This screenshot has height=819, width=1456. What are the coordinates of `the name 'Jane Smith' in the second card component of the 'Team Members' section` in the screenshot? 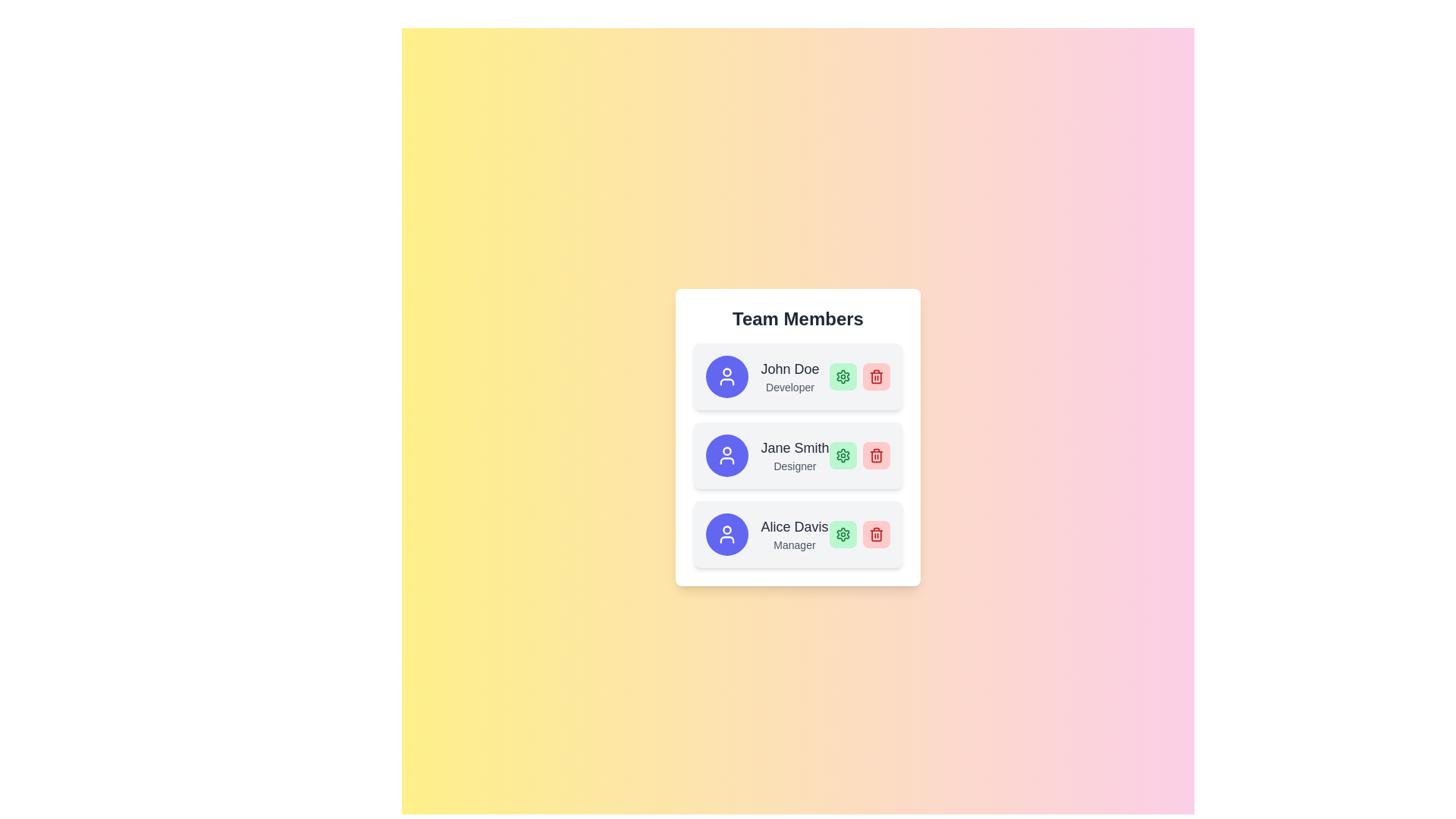 It's located at (797, 438).